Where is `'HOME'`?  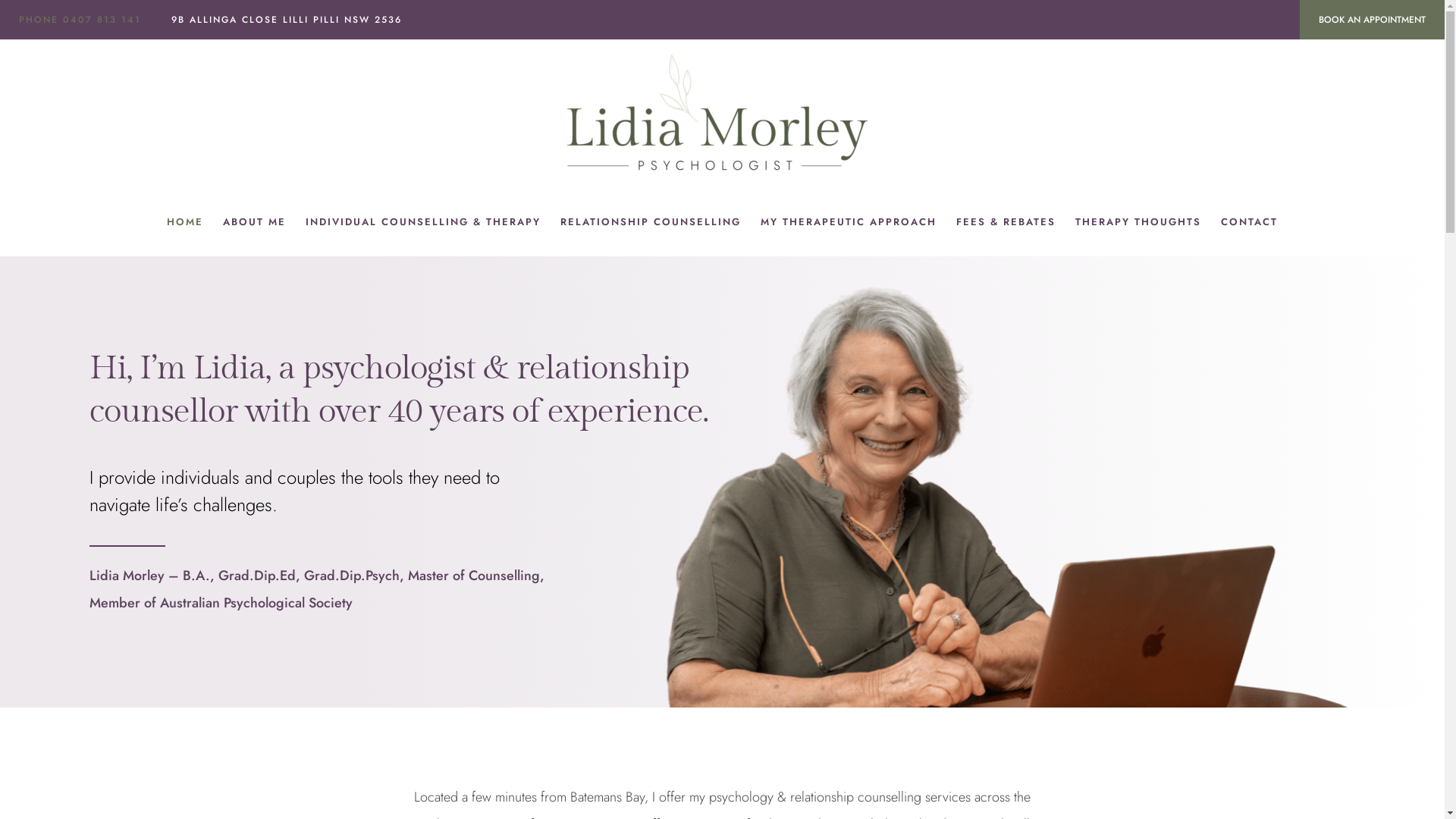
'HOME' is located at coordinates (156, 222).